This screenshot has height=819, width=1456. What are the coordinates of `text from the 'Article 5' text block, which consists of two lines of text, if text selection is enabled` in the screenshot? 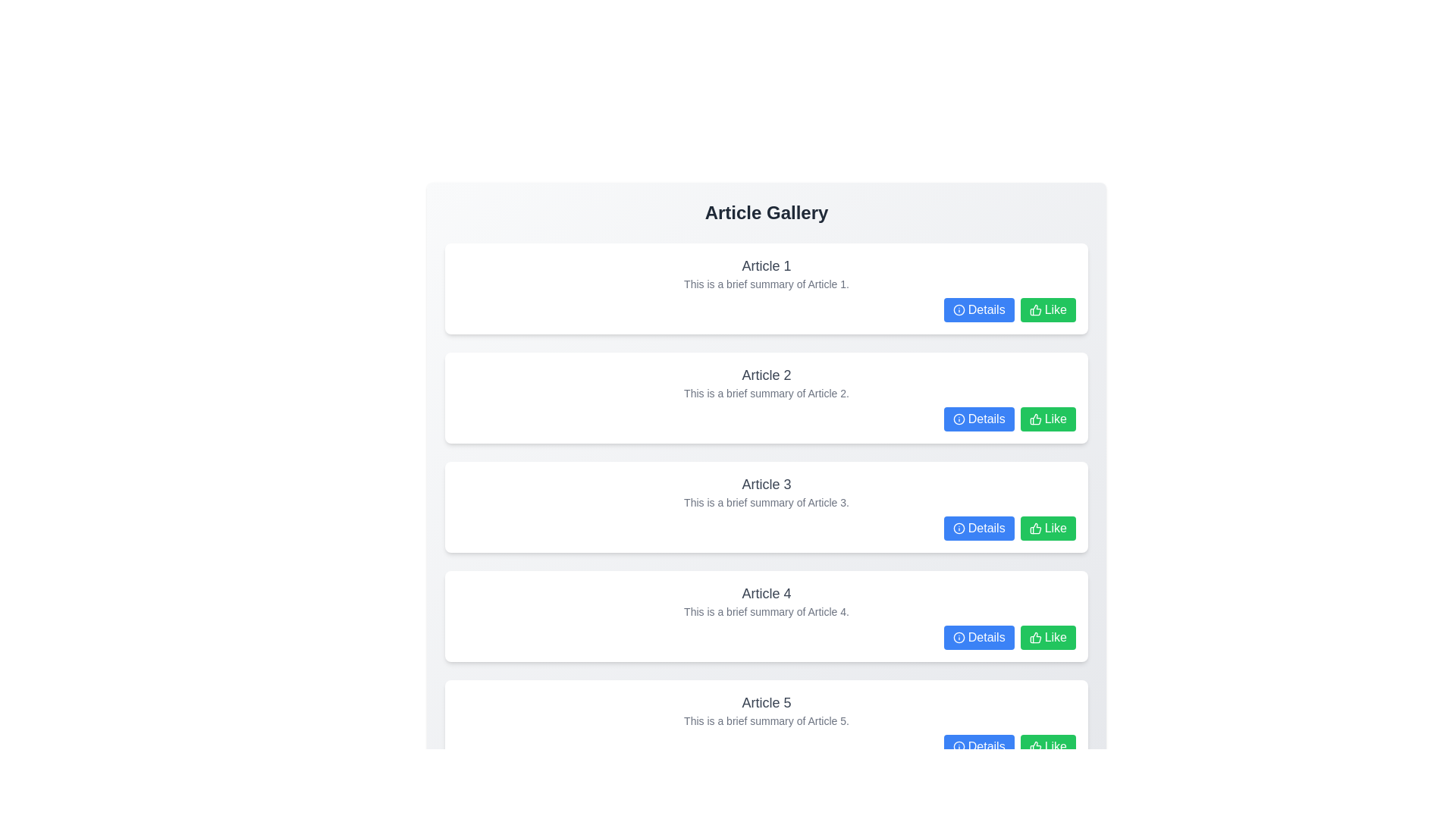 It's located at (767, 711).